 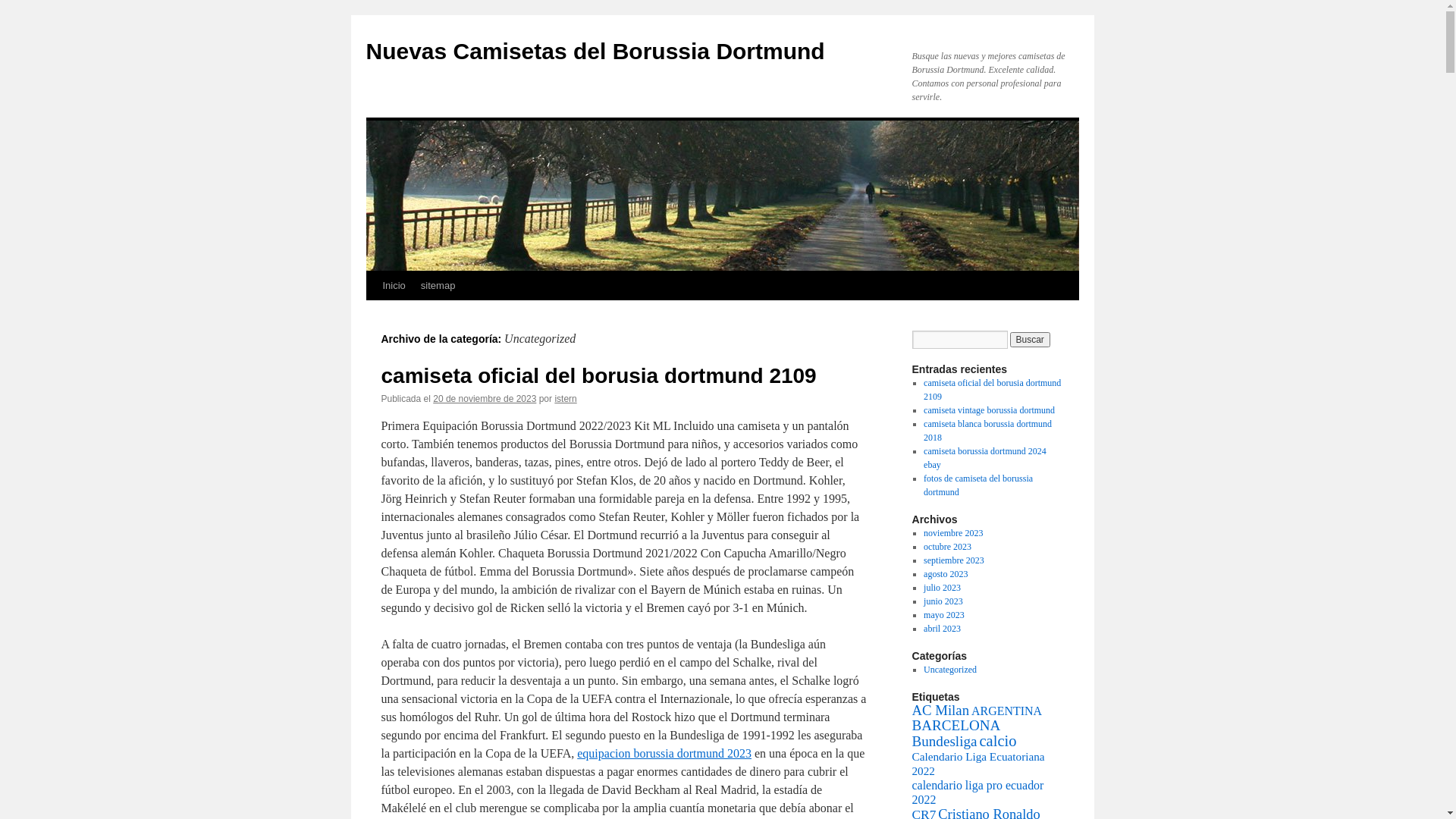 I want to click on '20 de noviembre de 2023', so click(x=483, y=397).